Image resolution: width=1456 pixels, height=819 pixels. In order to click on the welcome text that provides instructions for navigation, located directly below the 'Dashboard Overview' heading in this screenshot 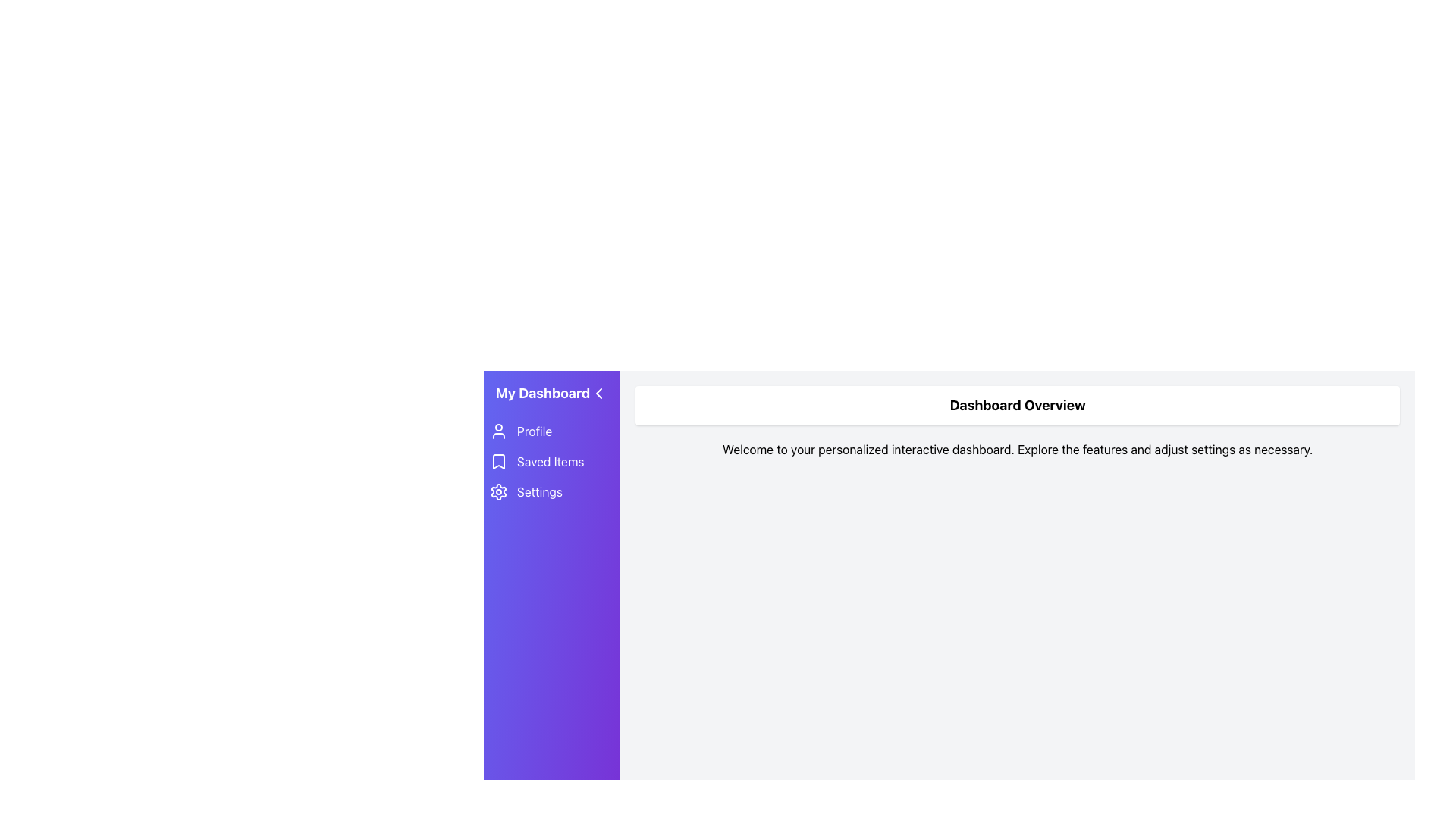, I will do `click(1018, 449)`.